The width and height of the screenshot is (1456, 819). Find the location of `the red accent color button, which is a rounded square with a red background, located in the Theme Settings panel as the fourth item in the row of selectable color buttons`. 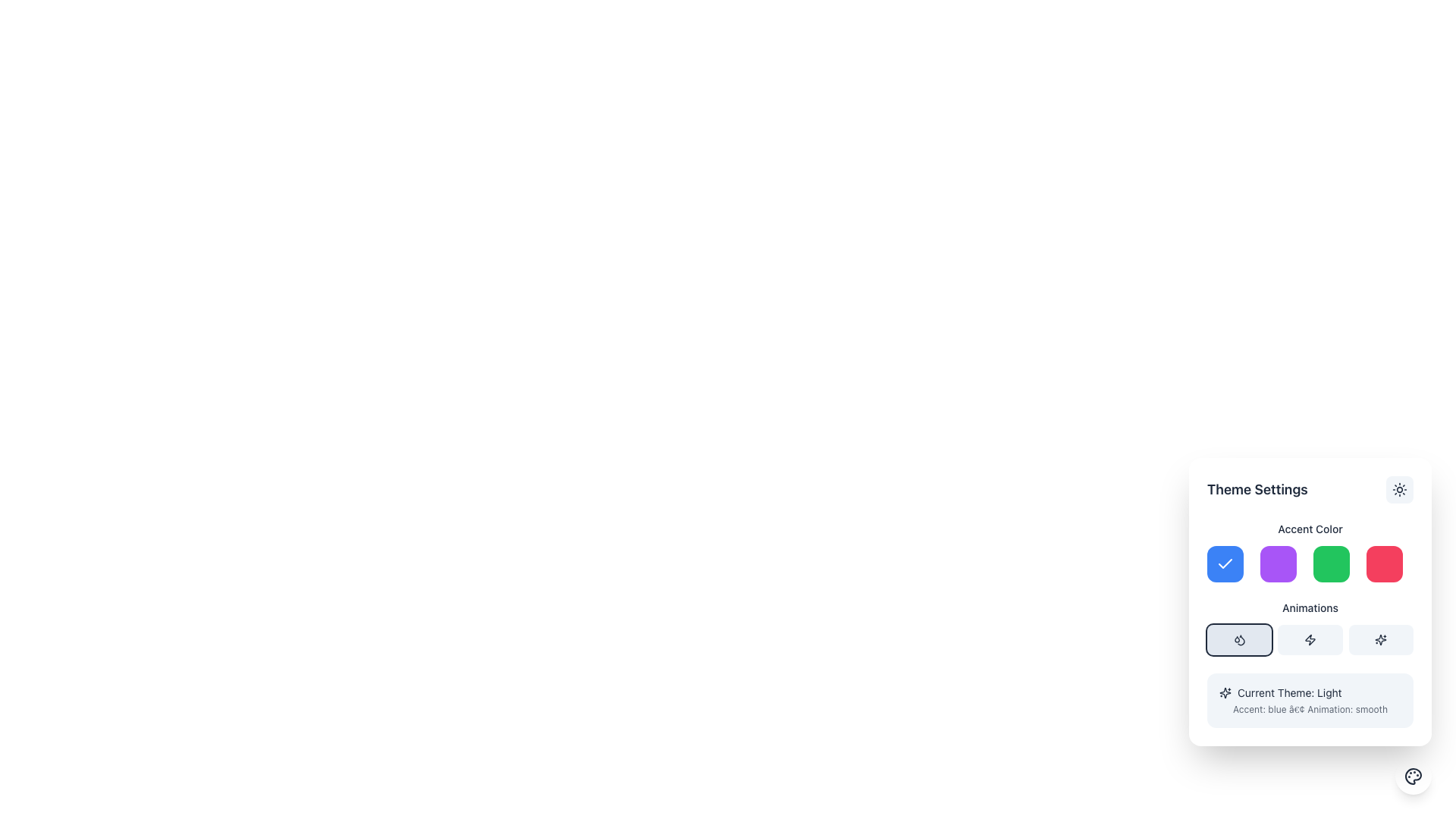

the red accent color button, which is a rounded square with a red background, located in the Theme Settings panel as the fourth item in the row of selectable color buttons is located at coordinates (1384, 564).